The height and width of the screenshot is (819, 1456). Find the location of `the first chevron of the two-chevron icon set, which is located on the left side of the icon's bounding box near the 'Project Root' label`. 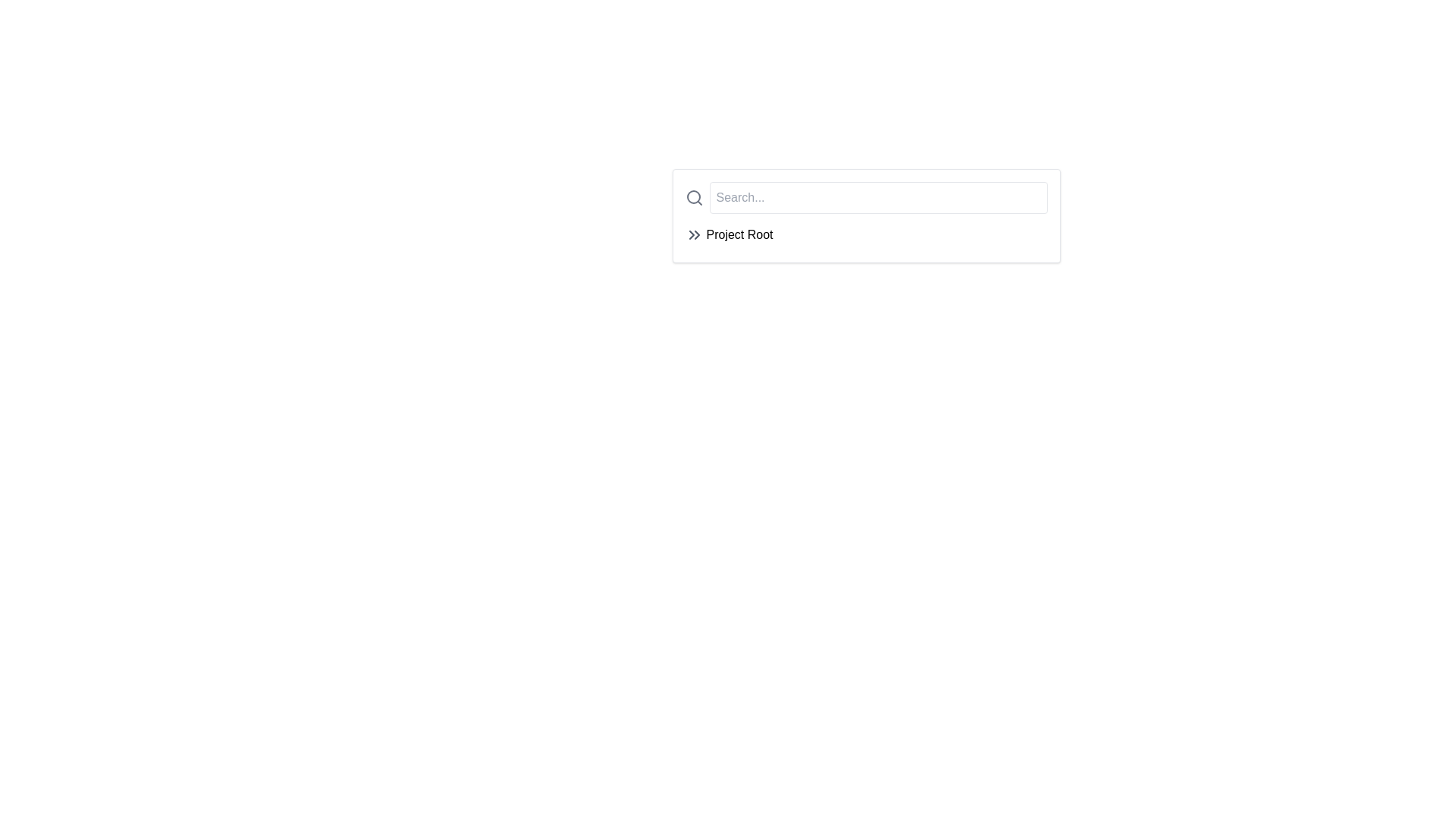

the first chevron of the two-chevron icon set, which is located on the left side of the icon's bounding box near the 'Project Root' label is located at coordinates (691, 234).